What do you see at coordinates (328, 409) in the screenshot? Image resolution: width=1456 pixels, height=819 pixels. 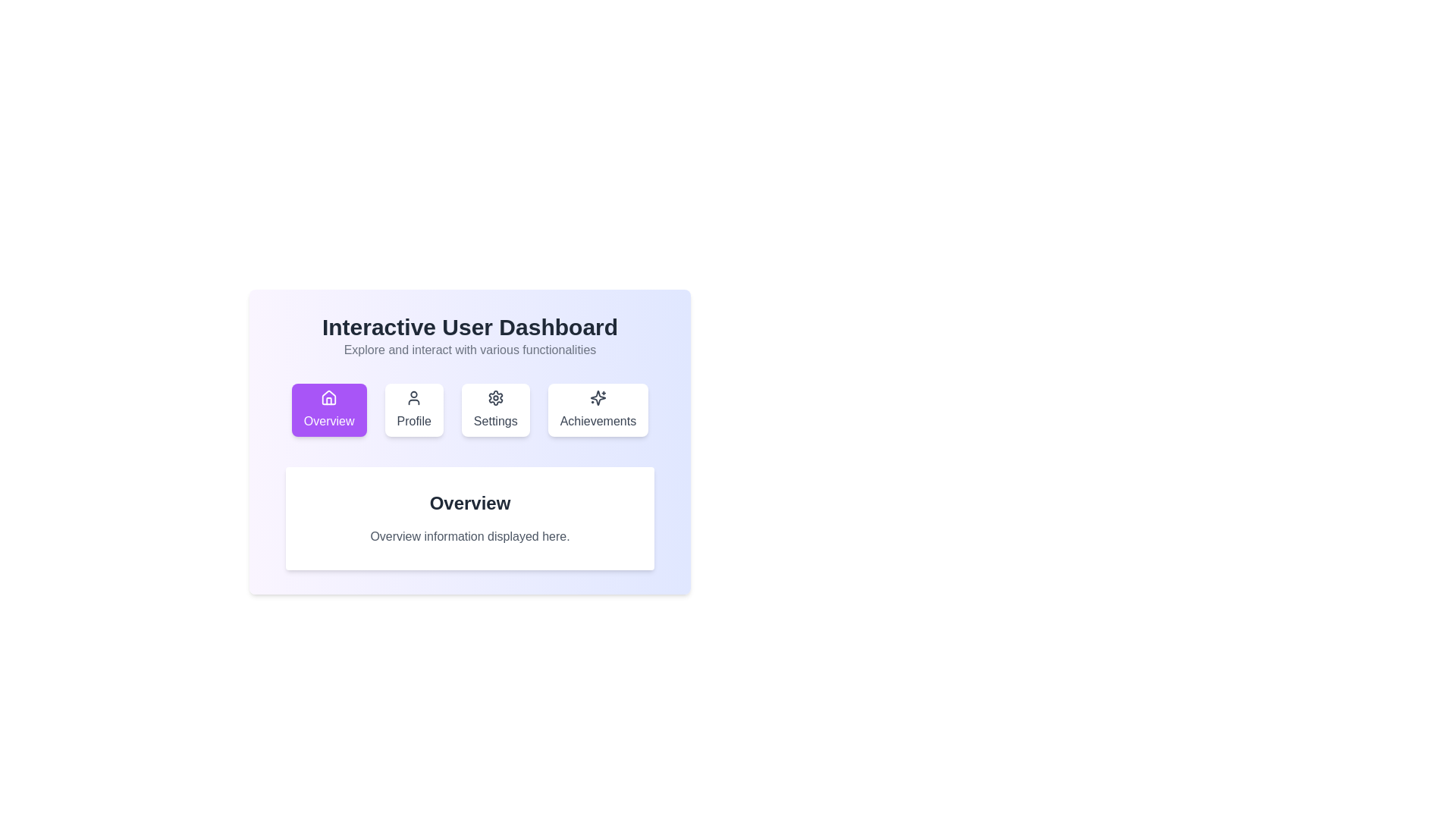 I see `the 'Overview' button with a purple background and white text for accessibility support` at bounding box center [328, 409].